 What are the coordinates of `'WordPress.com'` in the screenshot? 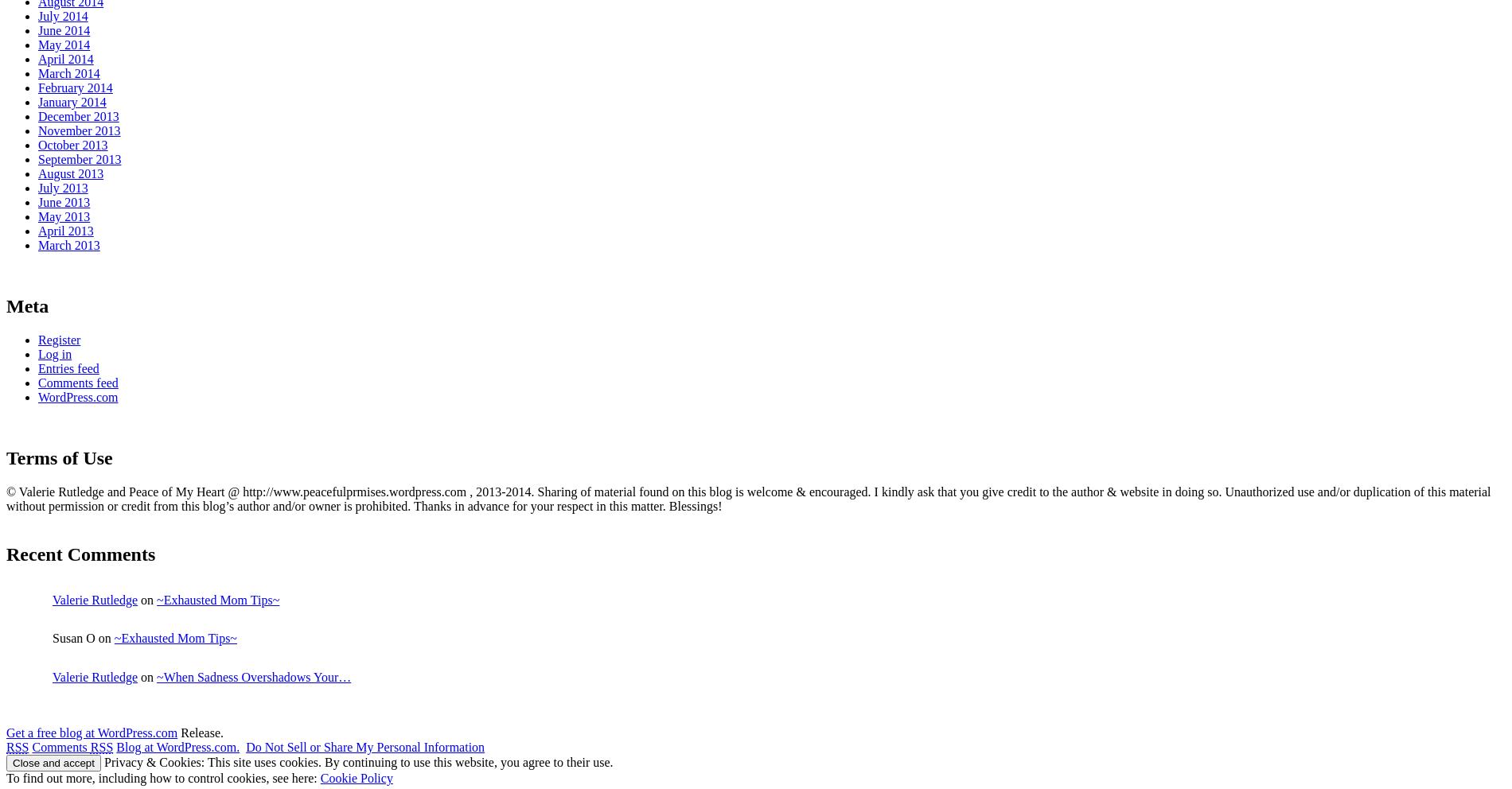 It's located at (38, 395).